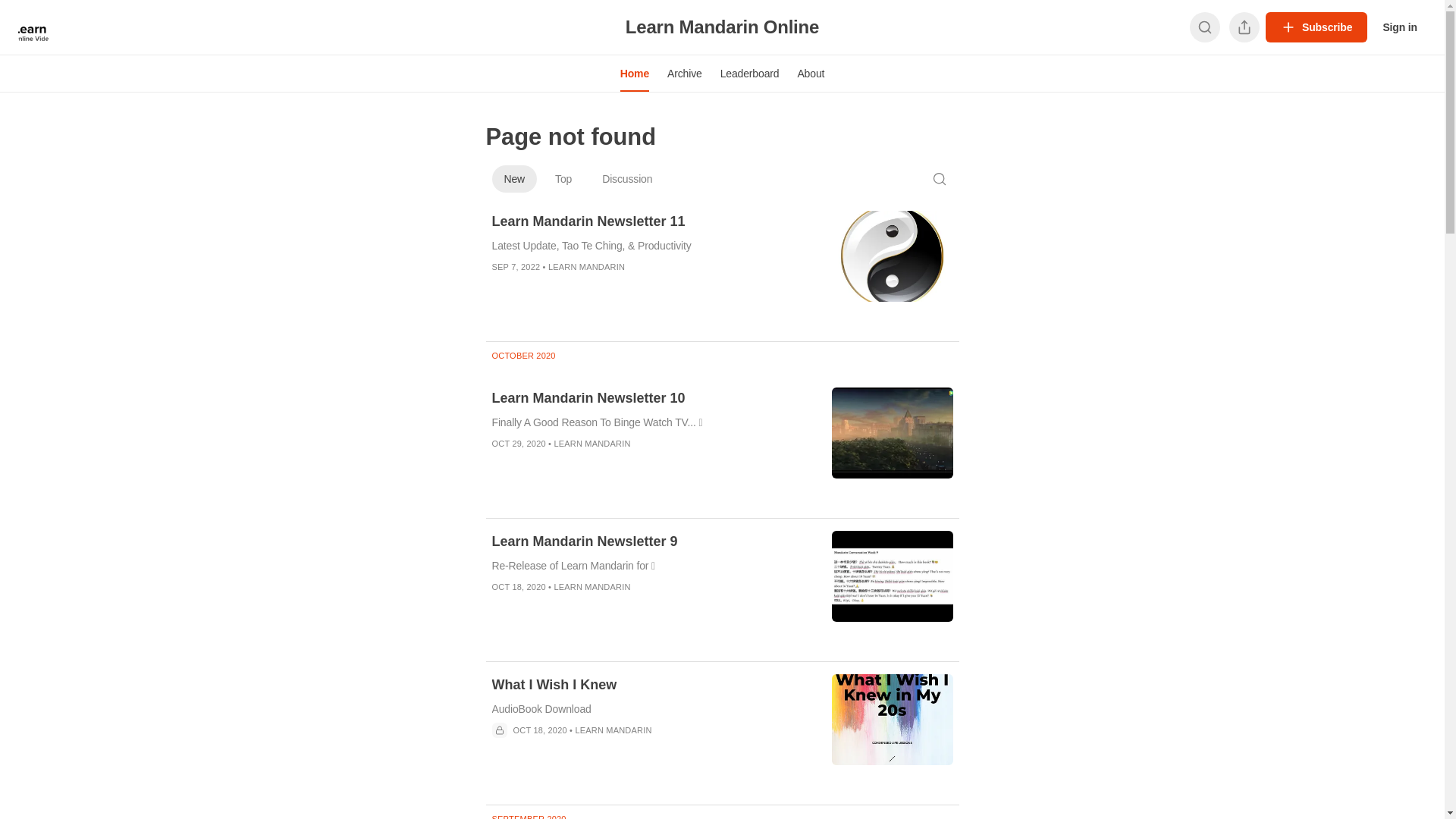 Image resolution: width=1456 pixels, height=819 pixels. What do you see at coordinates (1373, 27) in the screenshot?
I see `'Sign in'` at bounding box center [1373, 27].